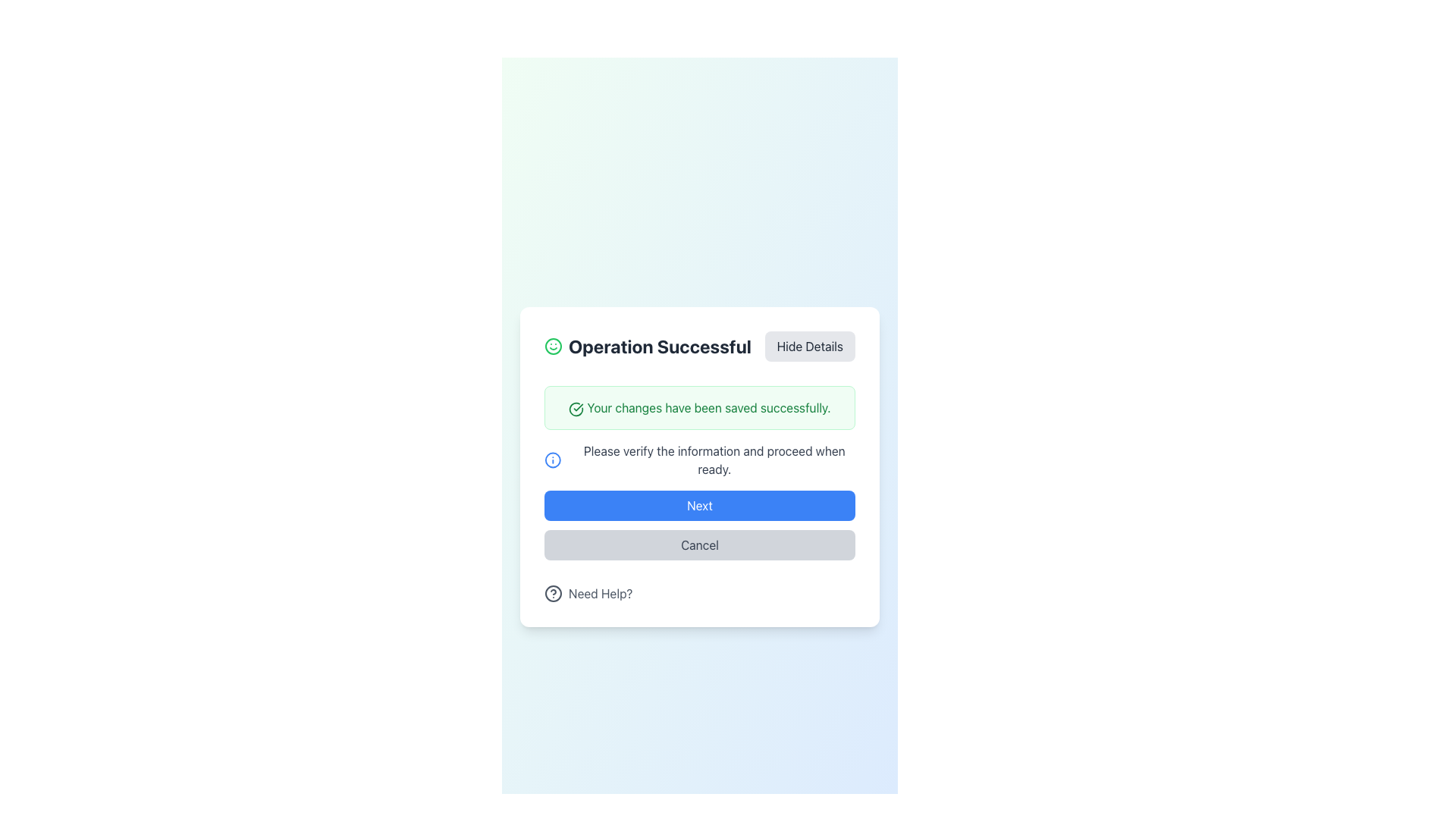  I want to click on the green circular outline of the smiley face icon, which serves as the outermost circular component of the success indicator, so click(552, 346).